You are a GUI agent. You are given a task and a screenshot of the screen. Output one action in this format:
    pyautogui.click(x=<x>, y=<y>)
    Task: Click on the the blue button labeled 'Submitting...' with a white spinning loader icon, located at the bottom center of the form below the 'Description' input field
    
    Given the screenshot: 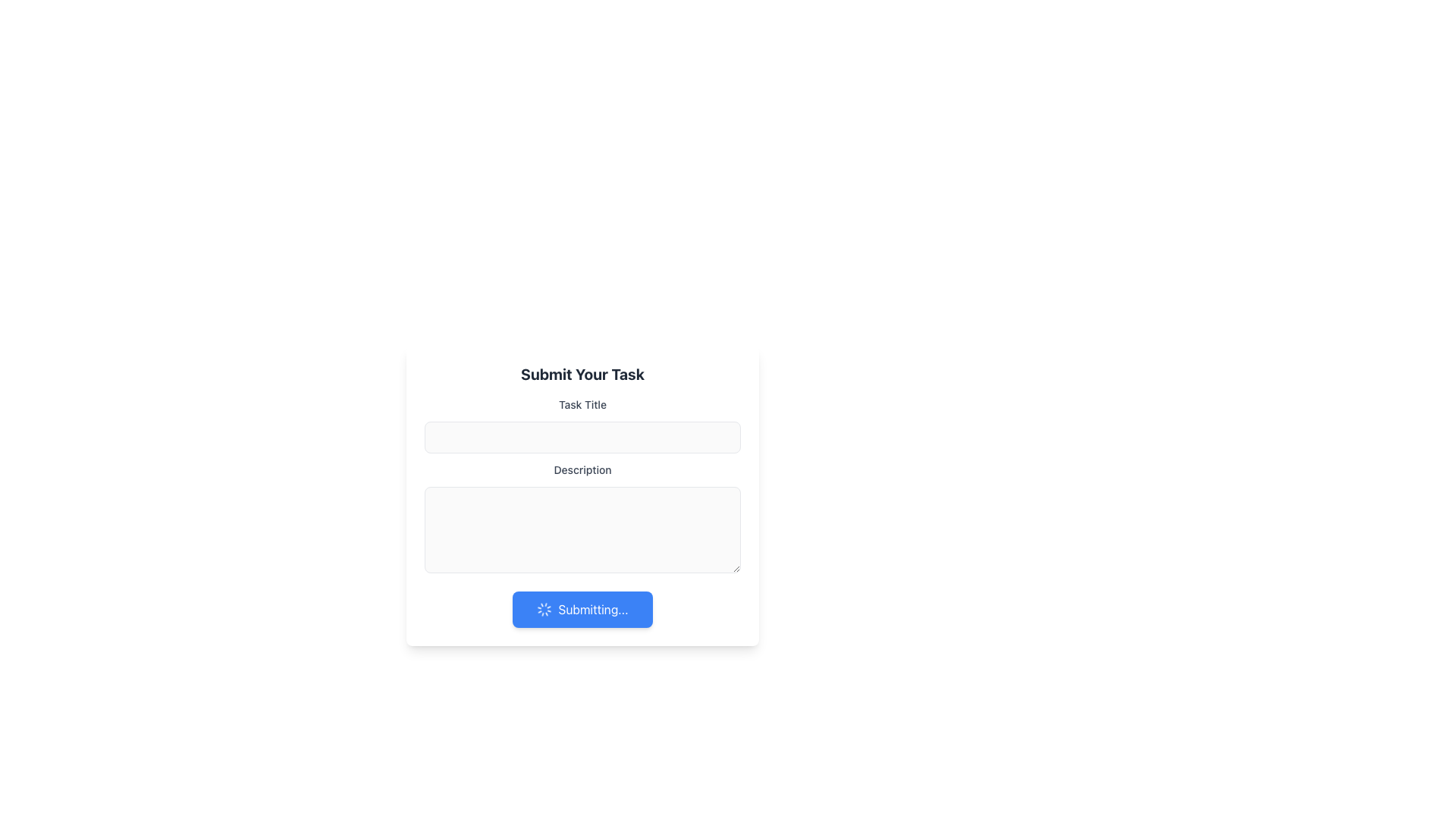 What is the action you would take?
    pyautogui.click(x=582, y=608)
    